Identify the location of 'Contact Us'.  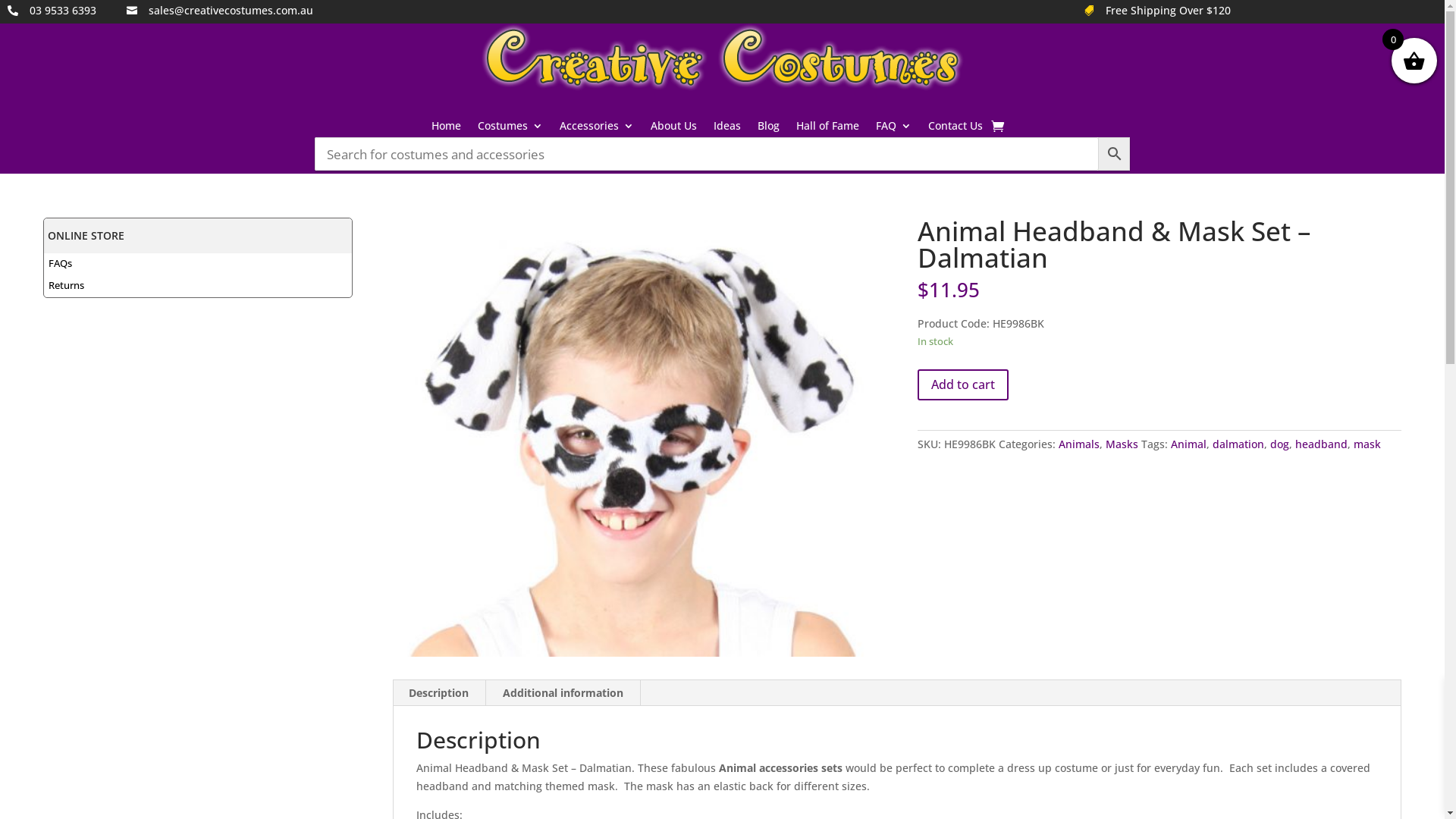
(954, 127).